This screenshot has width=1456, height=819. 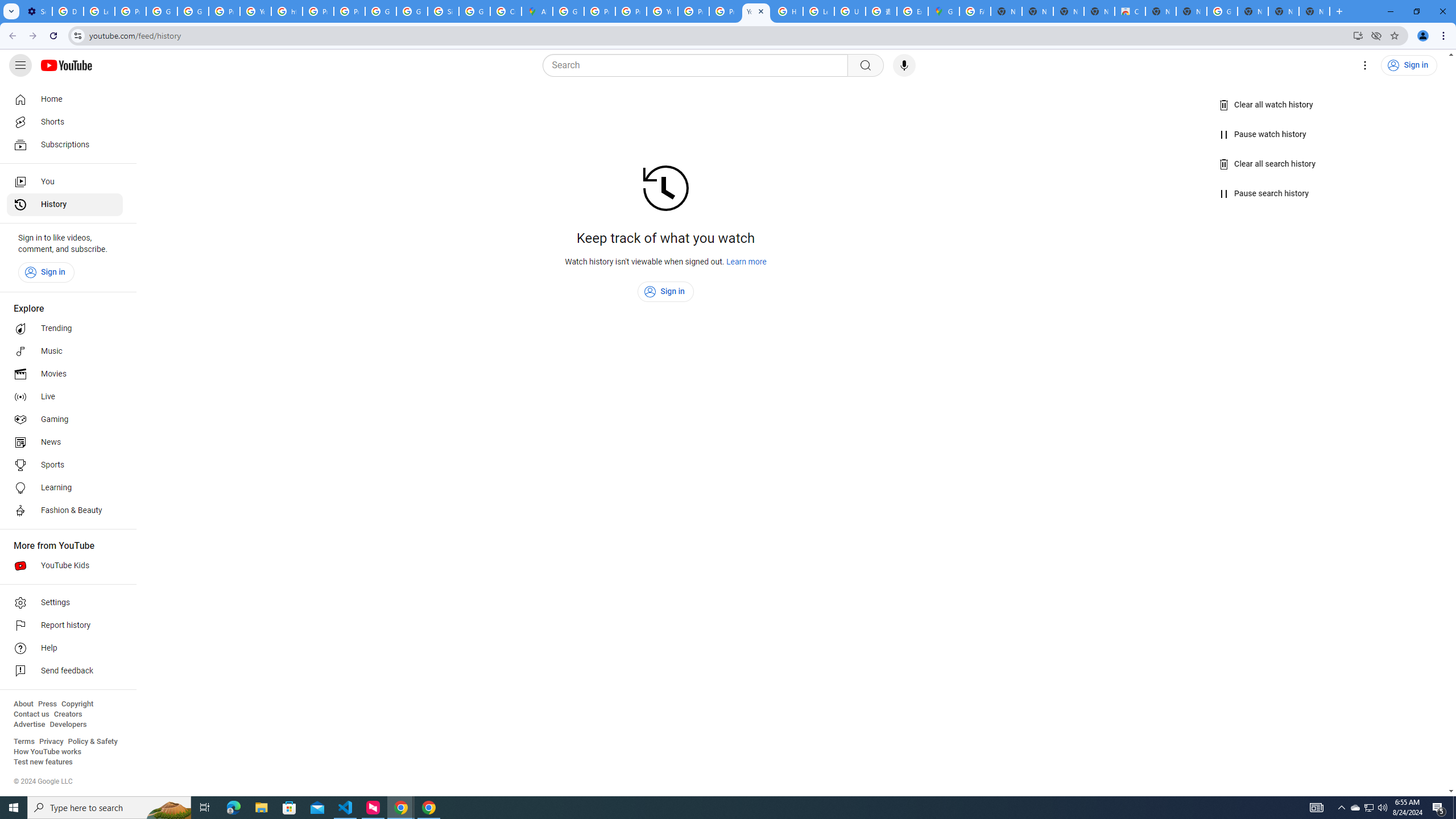 What do you see at coordinates (64, 419) in the screenshot?
I see `'Gaming'` at bounding box center [64, 419].